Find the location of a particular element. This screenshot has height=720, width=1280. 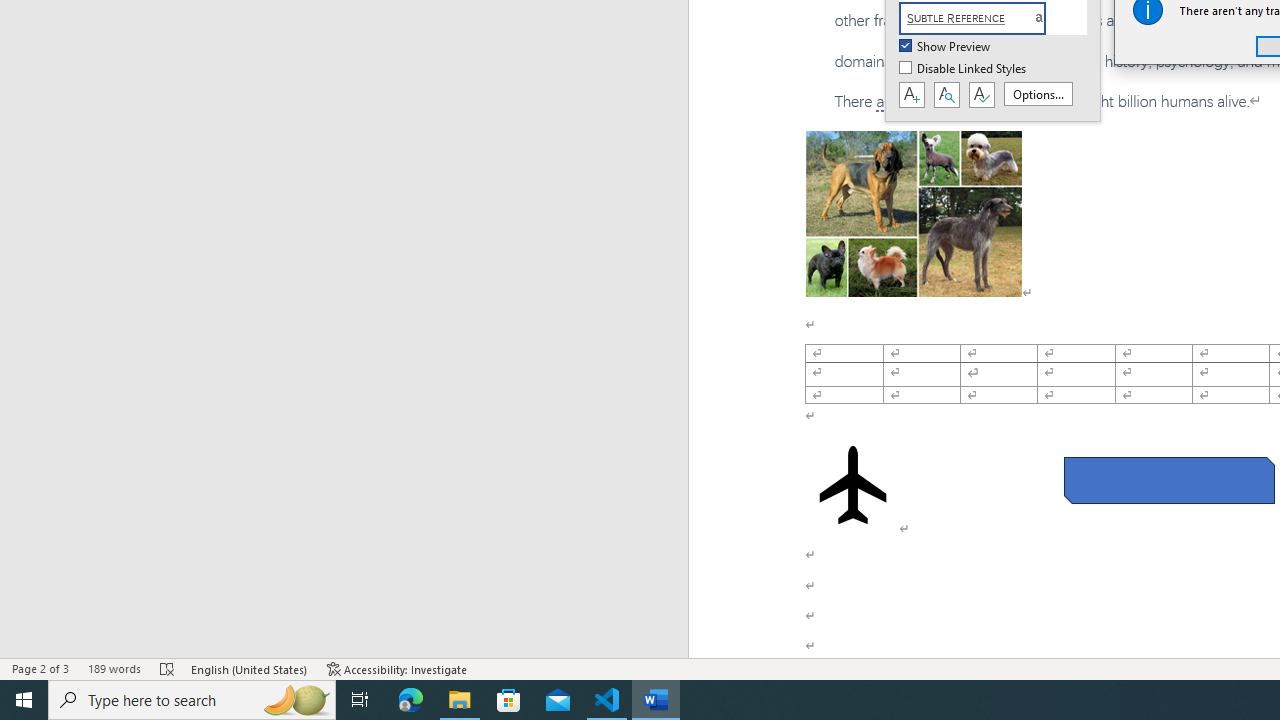

'Type here to search' is located at coordinates (192, 698).